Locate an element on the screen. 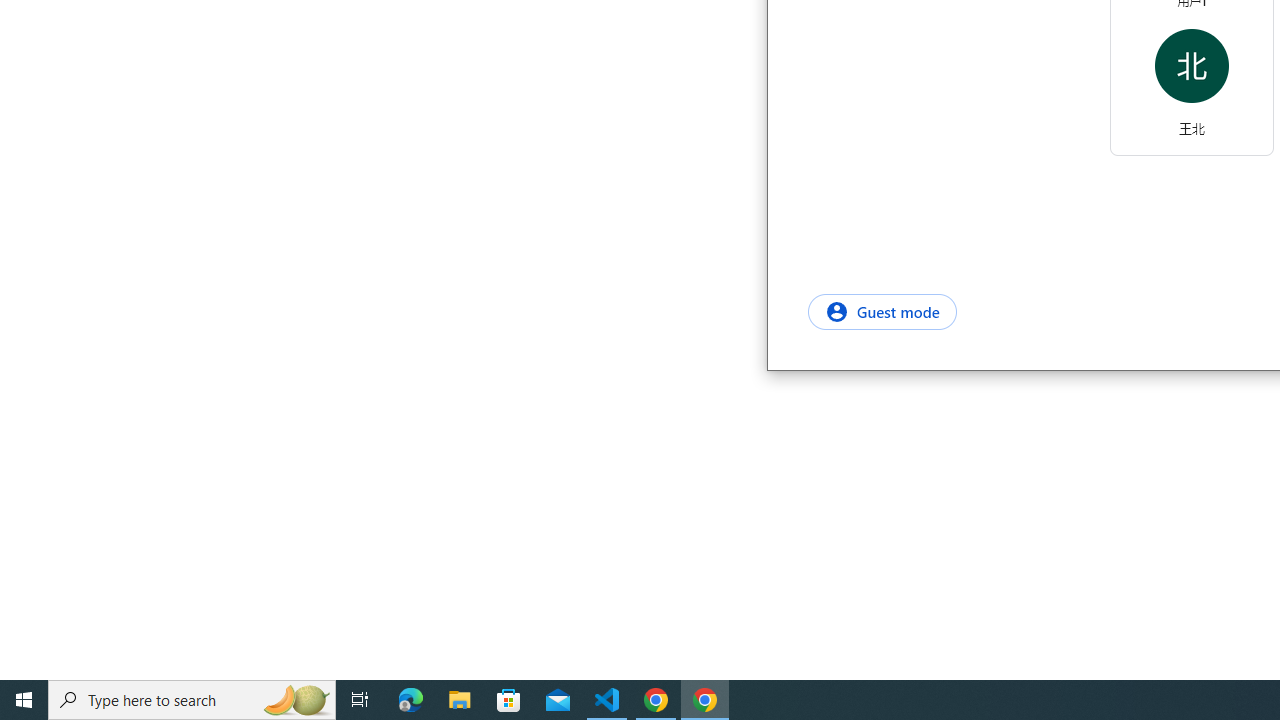  'Google Chrome - 1 running window' is located at coordinates (705, 698).